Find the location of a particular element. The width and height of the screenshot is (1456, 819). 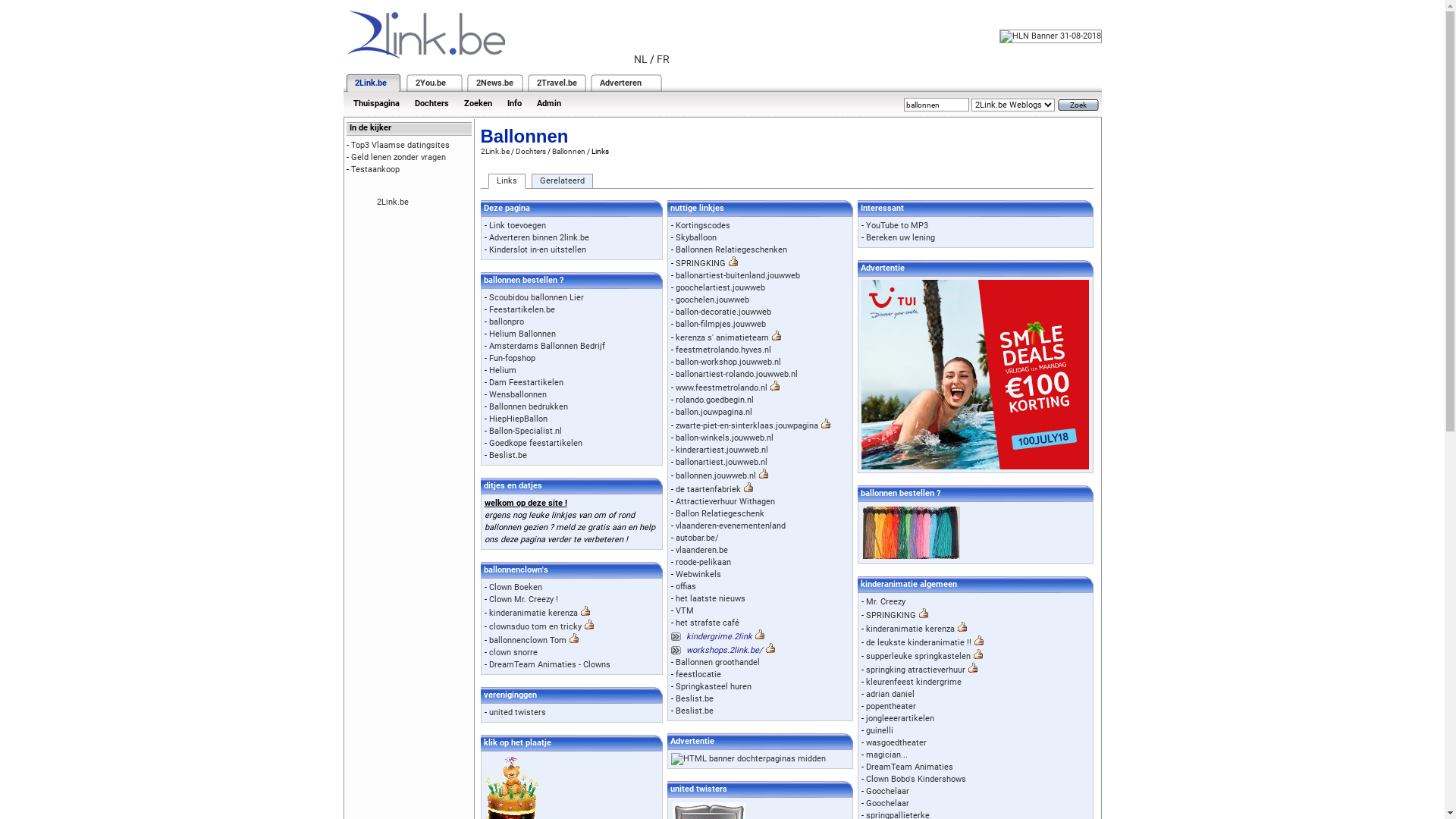

'goochelartiest.jouwweb' is located at coordinates (720, 287).